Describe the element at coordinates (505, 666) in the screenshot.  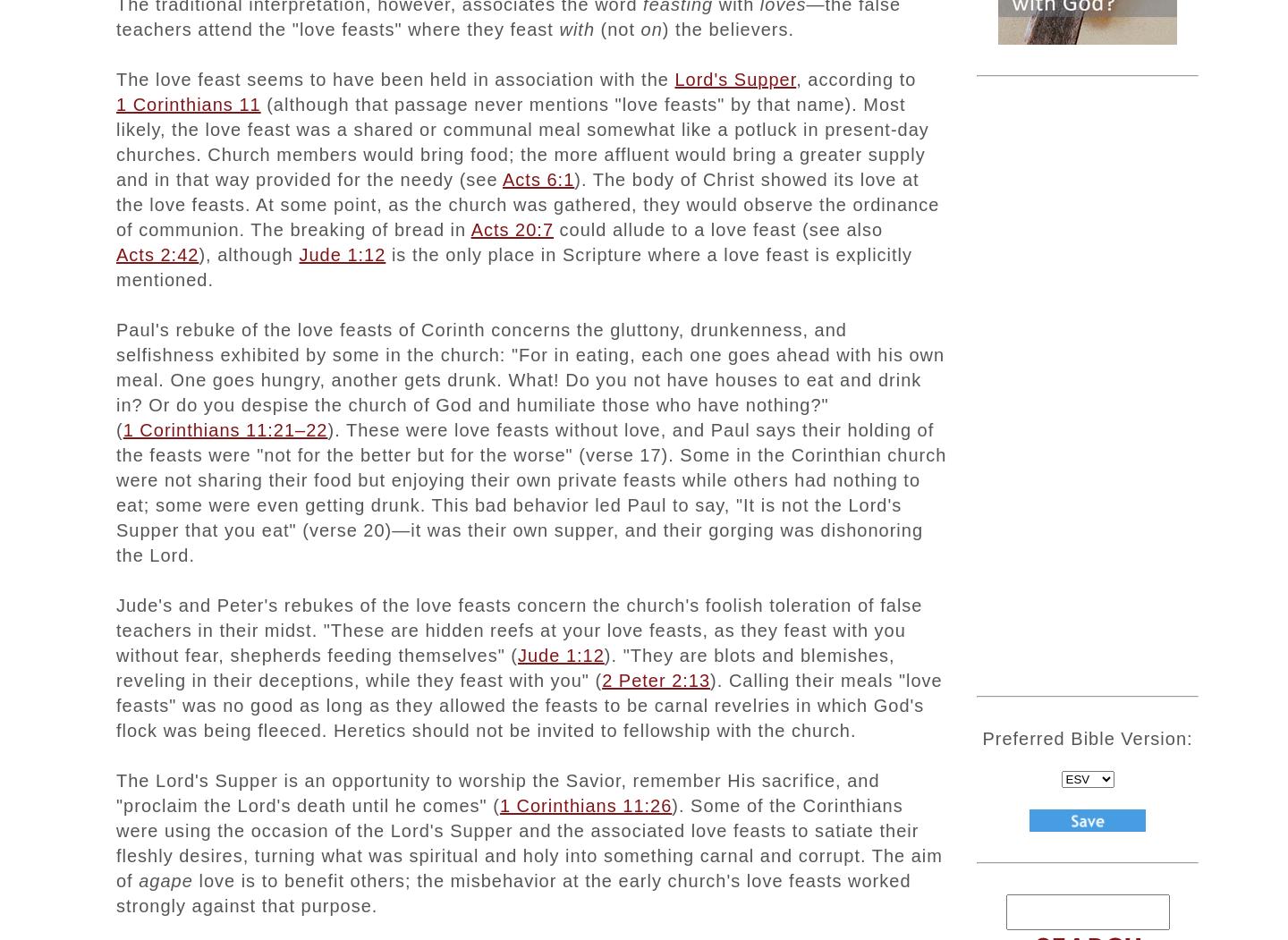
I see `'). "They are blots and blemishes, reveling in their deceptions, while they feast with you" ('` at that location.